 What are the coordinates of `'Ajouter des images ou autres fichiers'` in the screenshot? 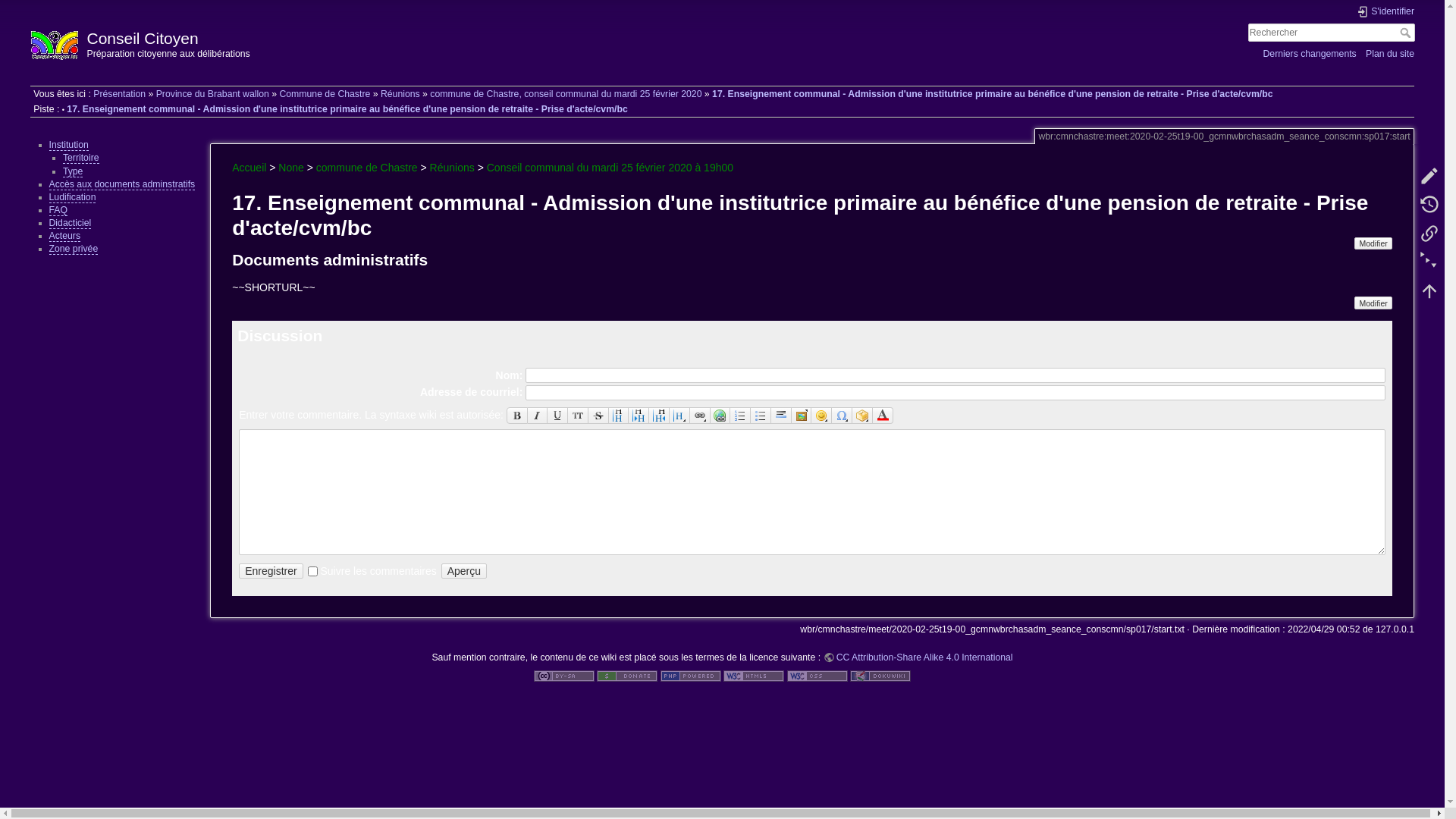 It's located at (801, 415).